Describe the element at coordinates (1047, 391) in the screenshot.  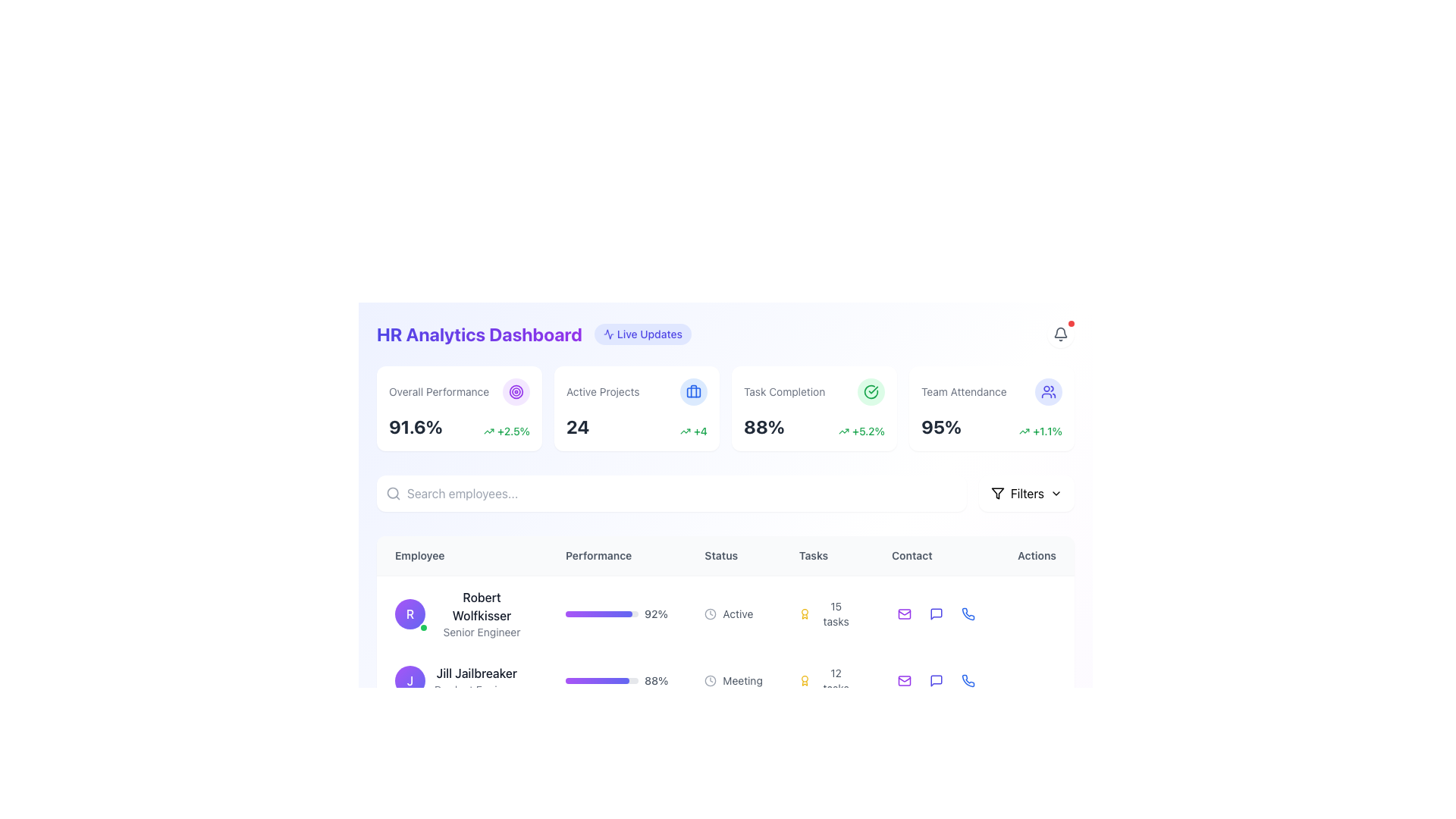
I see `the circular icon with a light blue background and a purple outline of two individuals, located at the top-right of the 'Team Attendance' section in the 'HR Analytics Dashboard'` at that location.